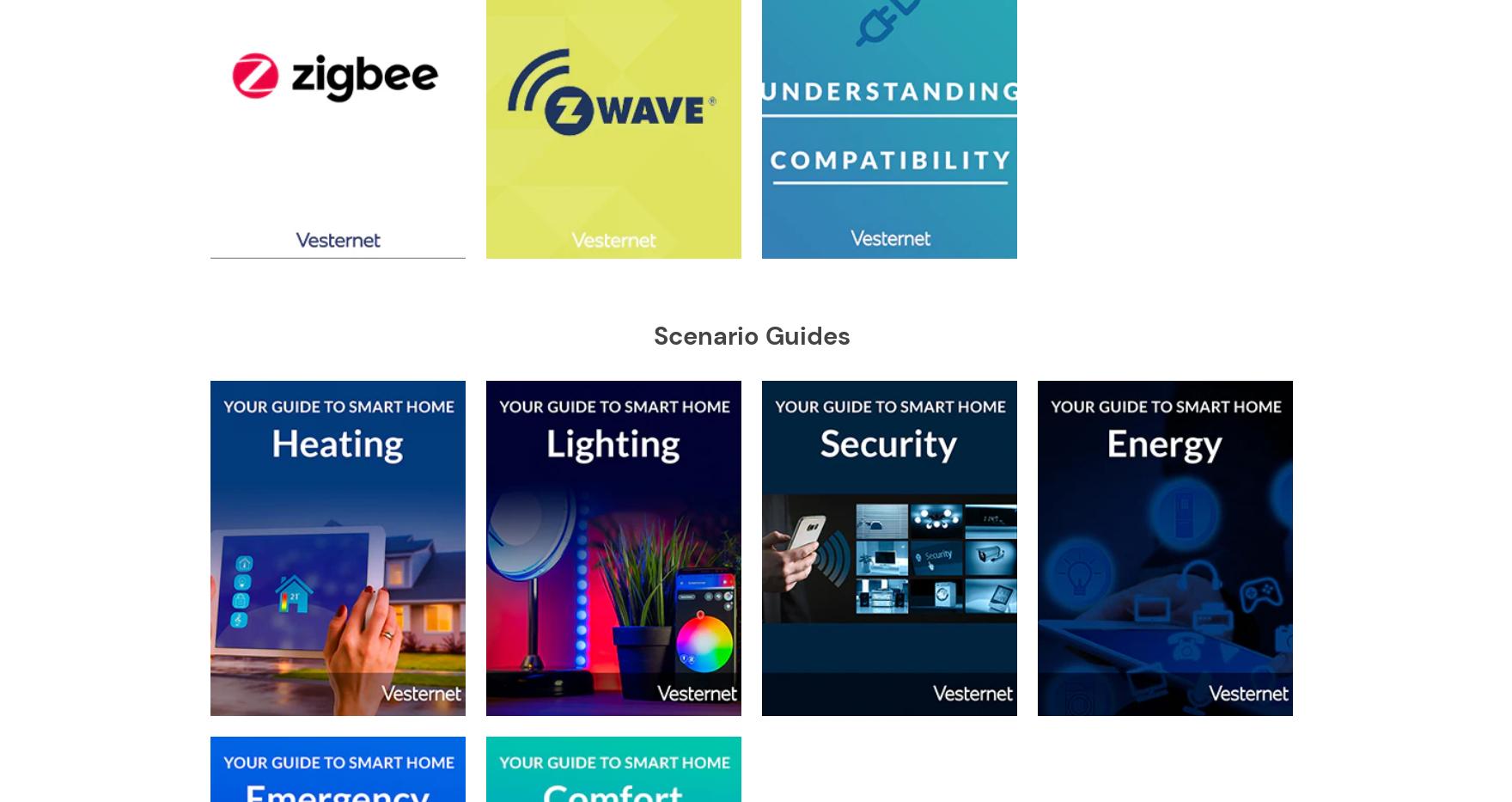  Describe the element at coordinates (750, 336) in the screenshot. I see `'Scenario Guides'` at that location.